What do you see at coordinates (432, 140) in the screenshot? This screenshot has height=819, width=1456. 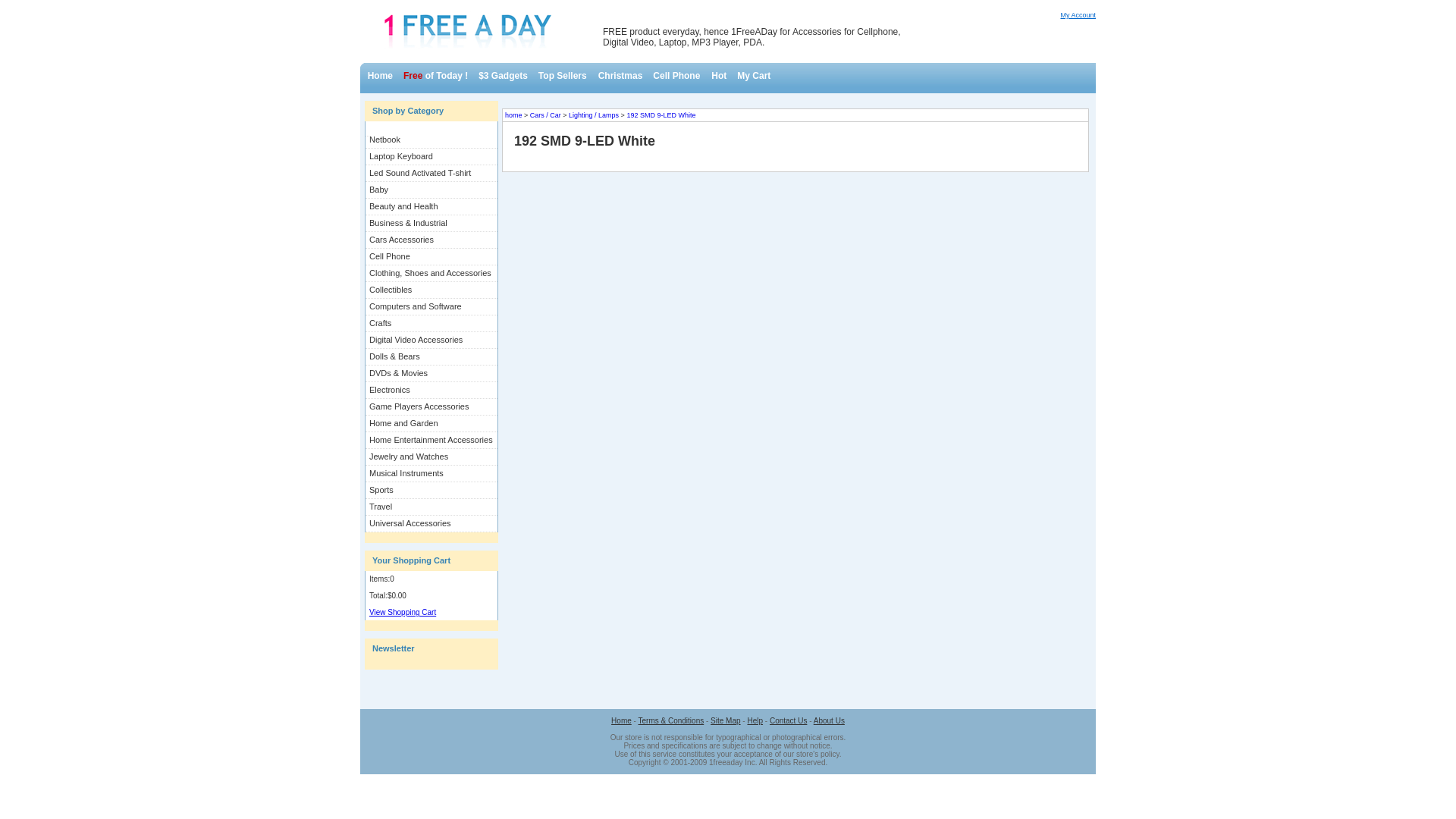 I see `'Netbook'` at bounding box center [432, 140].